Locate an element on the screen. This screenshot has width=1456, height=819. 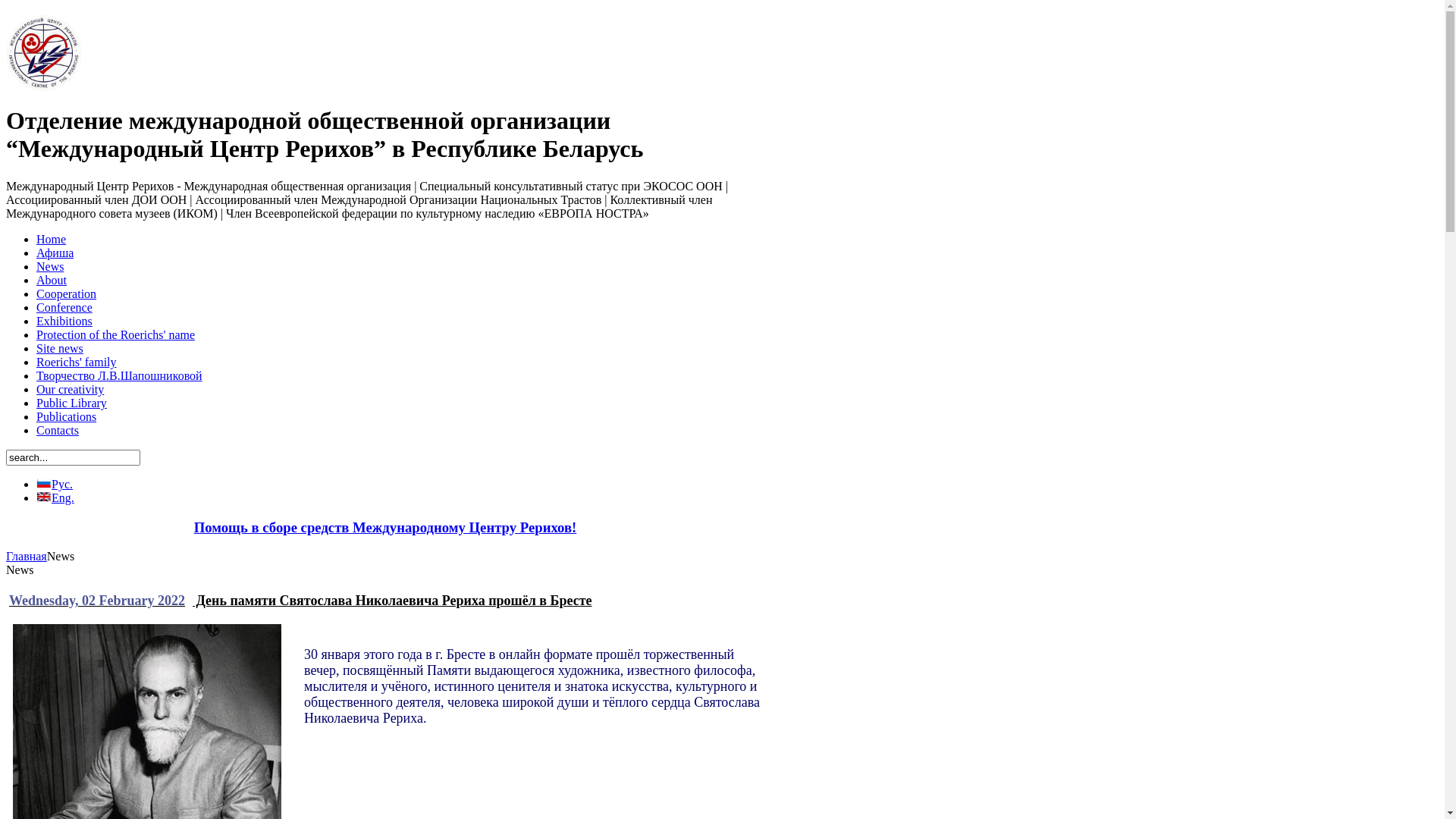
'Our creativity' is located at coordinates (69, 388).